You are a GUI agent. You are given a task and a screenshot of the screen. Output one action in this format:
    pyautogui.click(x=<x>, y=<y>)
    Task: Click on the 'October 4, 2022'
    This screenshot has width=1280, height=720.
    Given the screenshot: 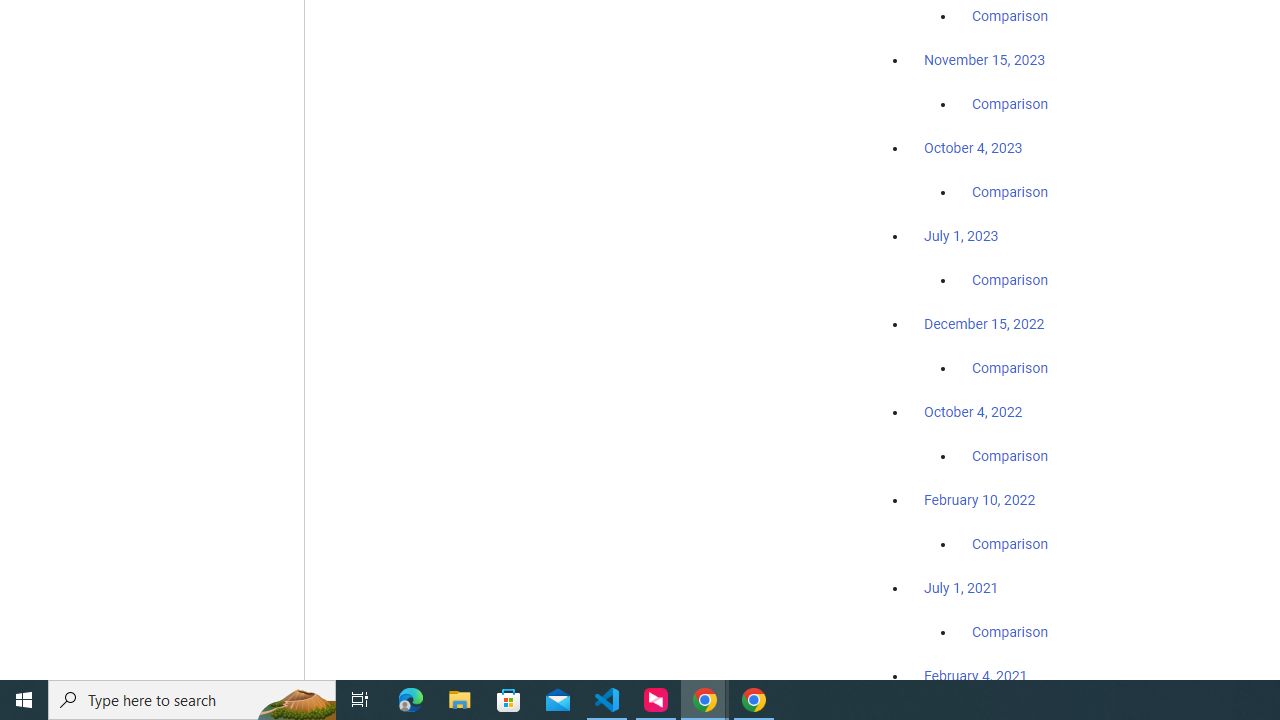 What is the action you would take?
    pyautogui.click(x=973, y=411)
    